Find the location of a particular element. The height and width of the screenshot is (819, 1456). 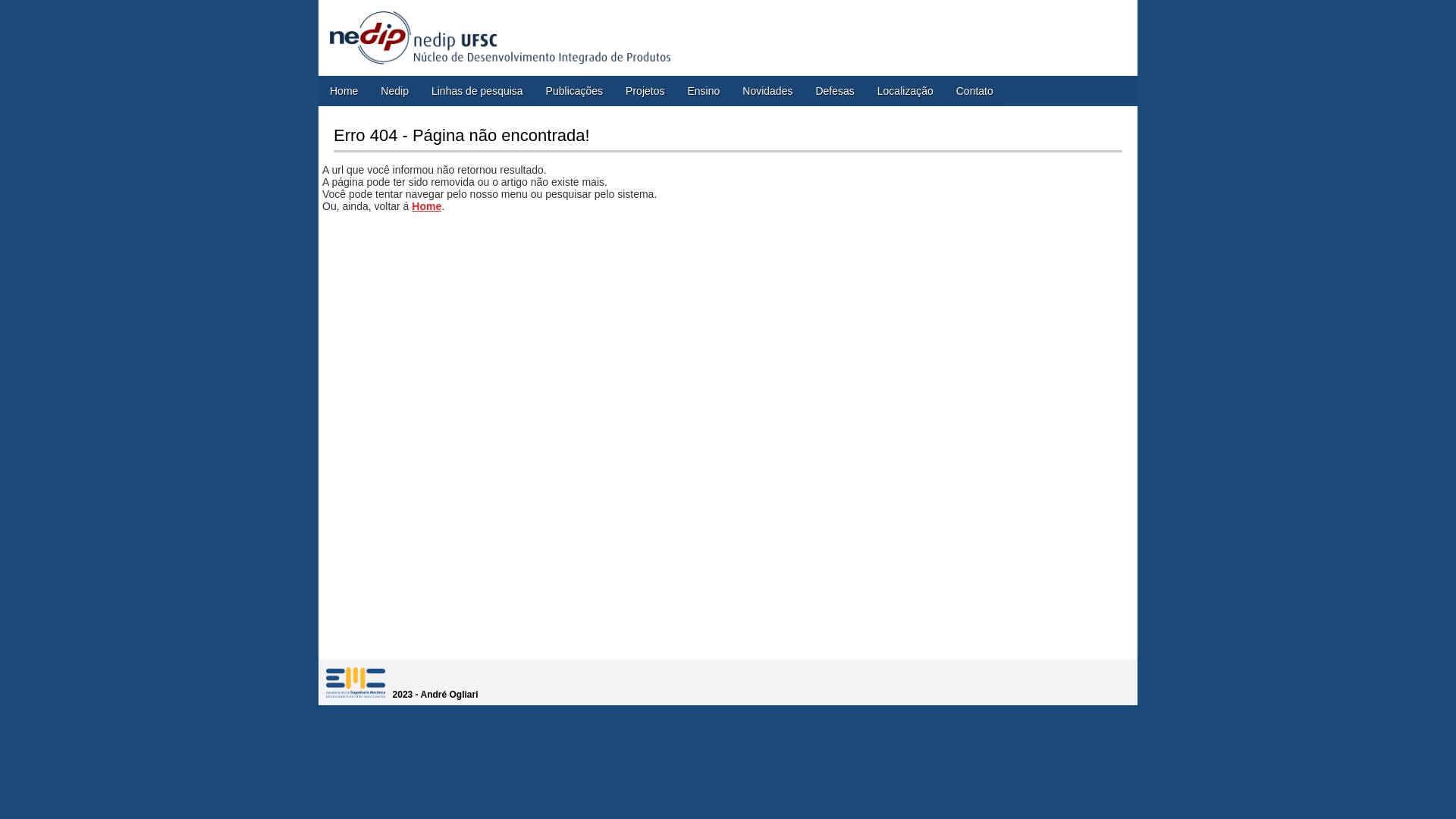

'Nedip' is located at coordinates (394, 90).